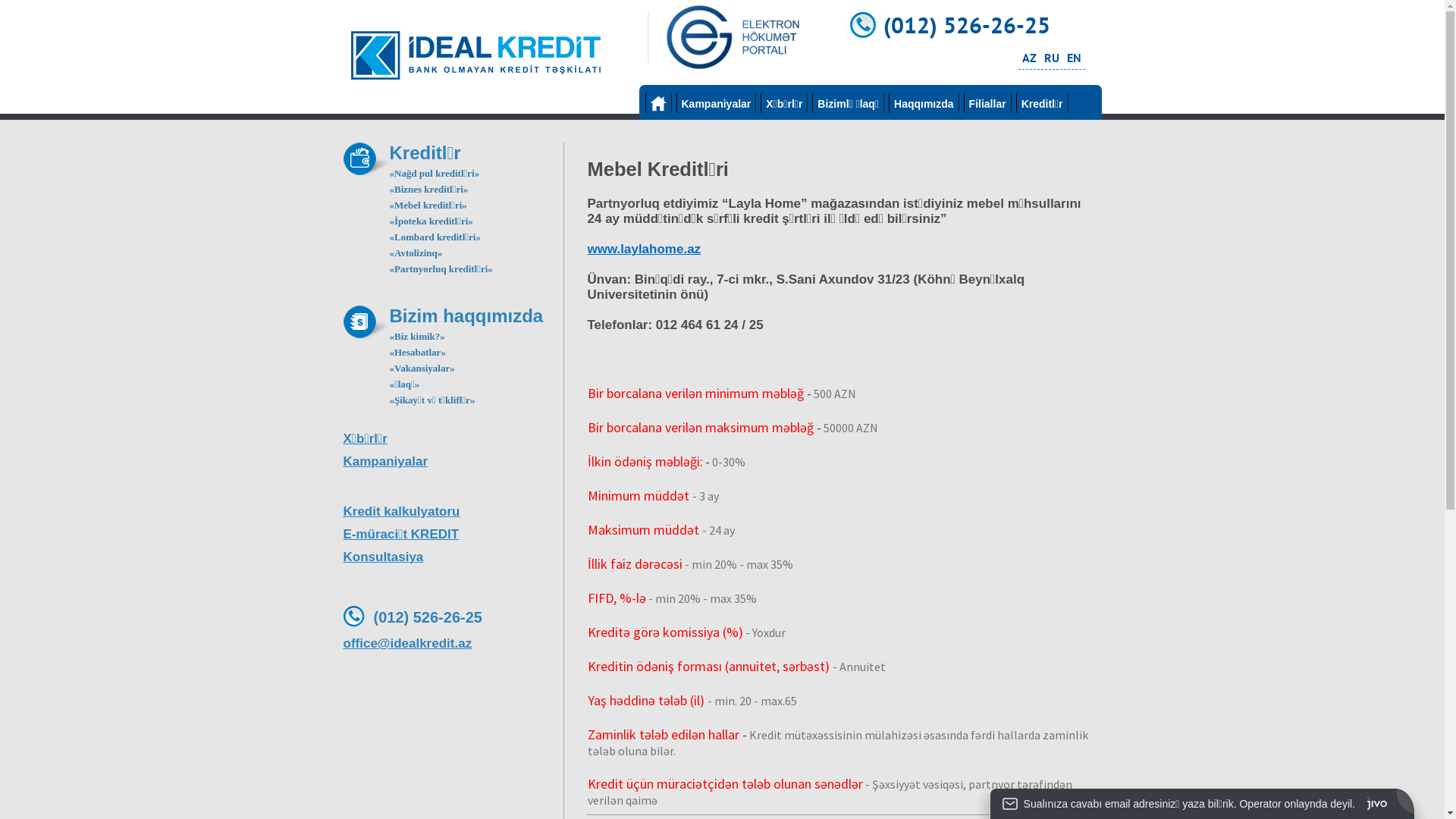 The image size is (1456, 819). I want to click on 'Filiallar', so click(963, 102).